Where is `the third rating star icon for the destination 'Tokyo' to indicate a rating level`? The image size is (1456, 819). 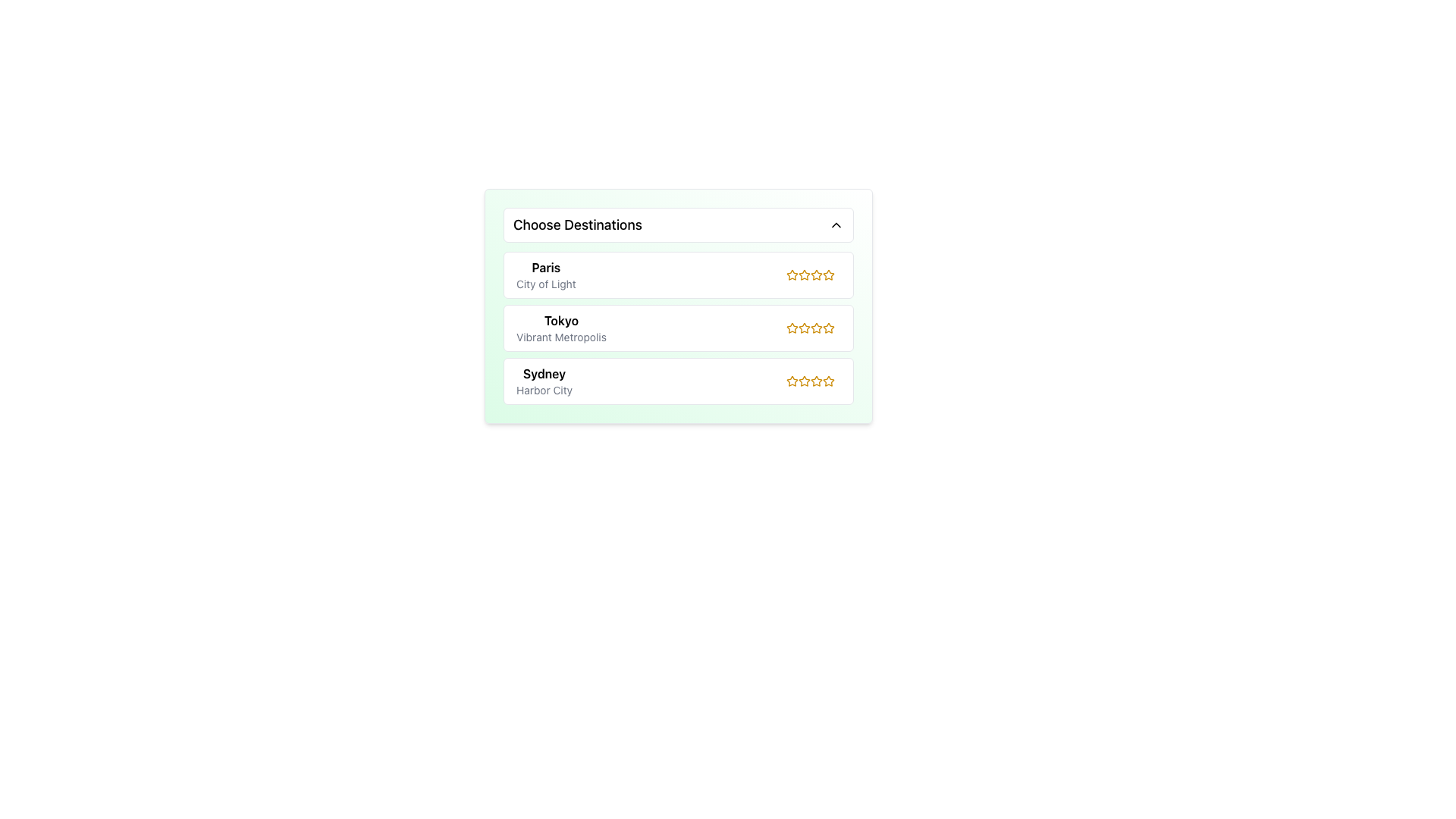 the third rating star icon for the destination 'Tokyo' to indicate a rating level is located at coordinates (828, 327).